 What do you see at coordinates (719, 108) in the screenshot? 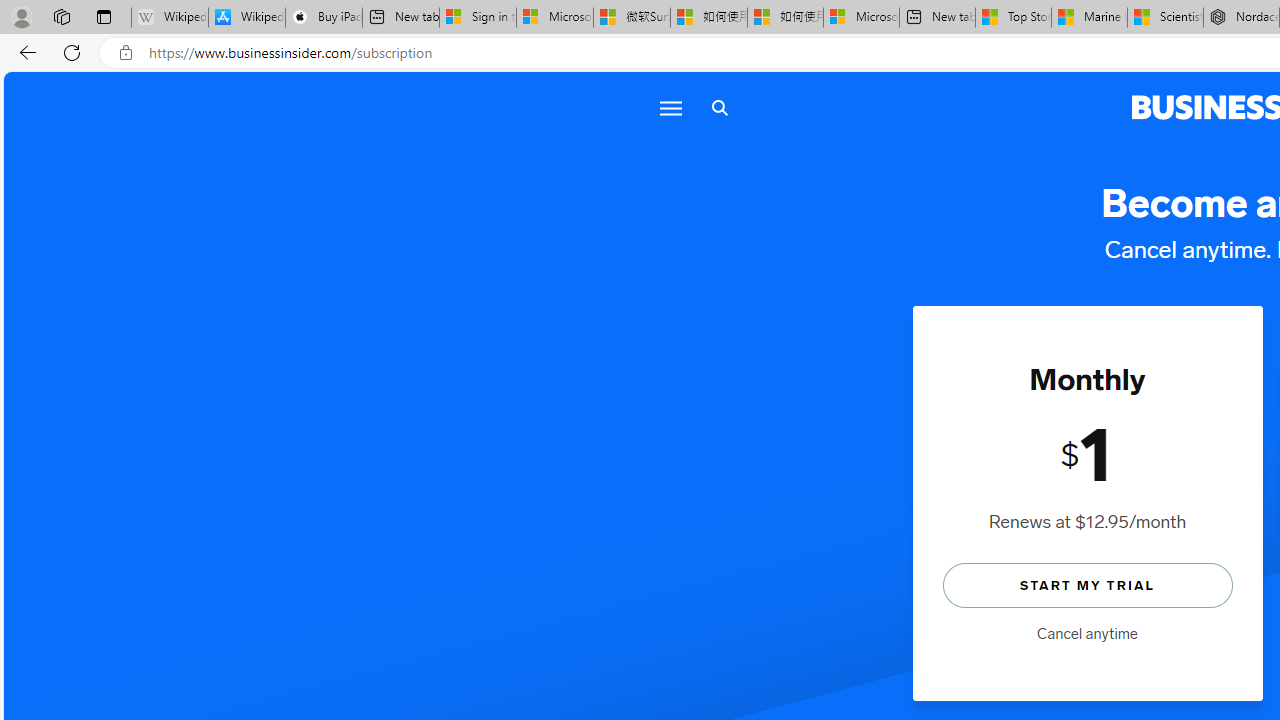
I see `'Search icon'` at bounding box center [719, 108].